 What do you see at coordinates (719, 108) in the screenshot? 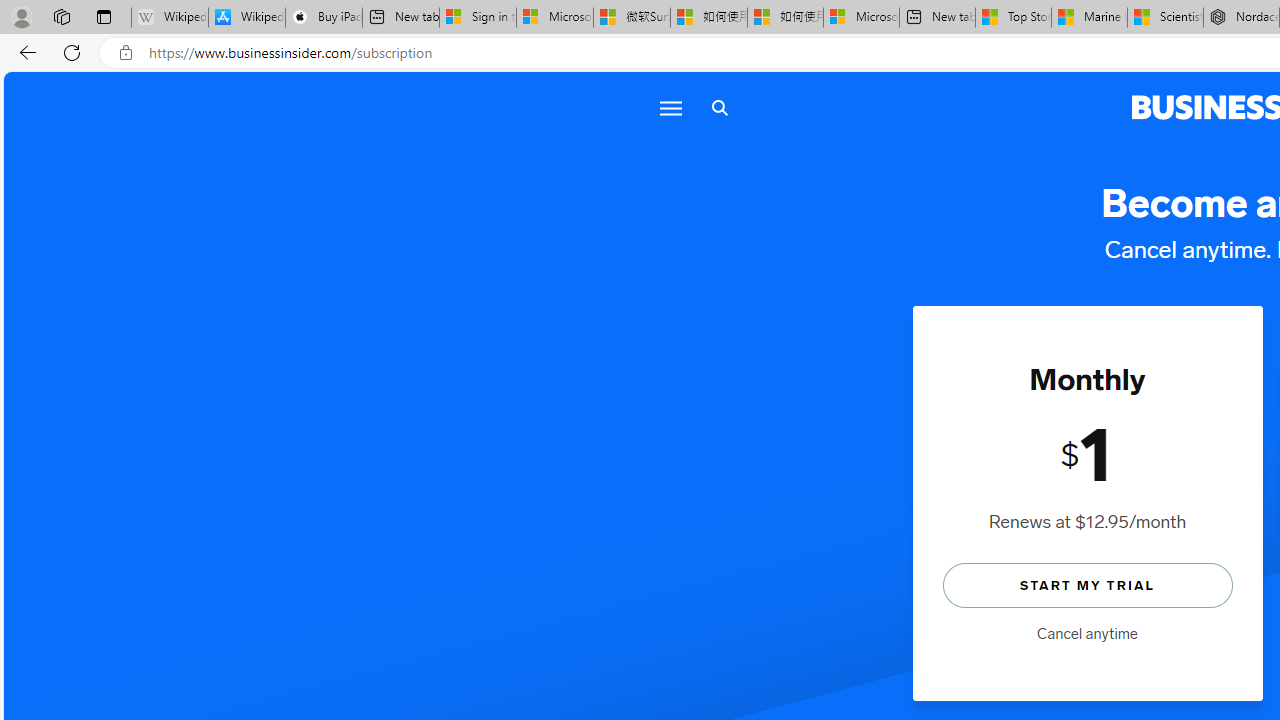
I see `'Search icon'` at bounding box center [719, 108].